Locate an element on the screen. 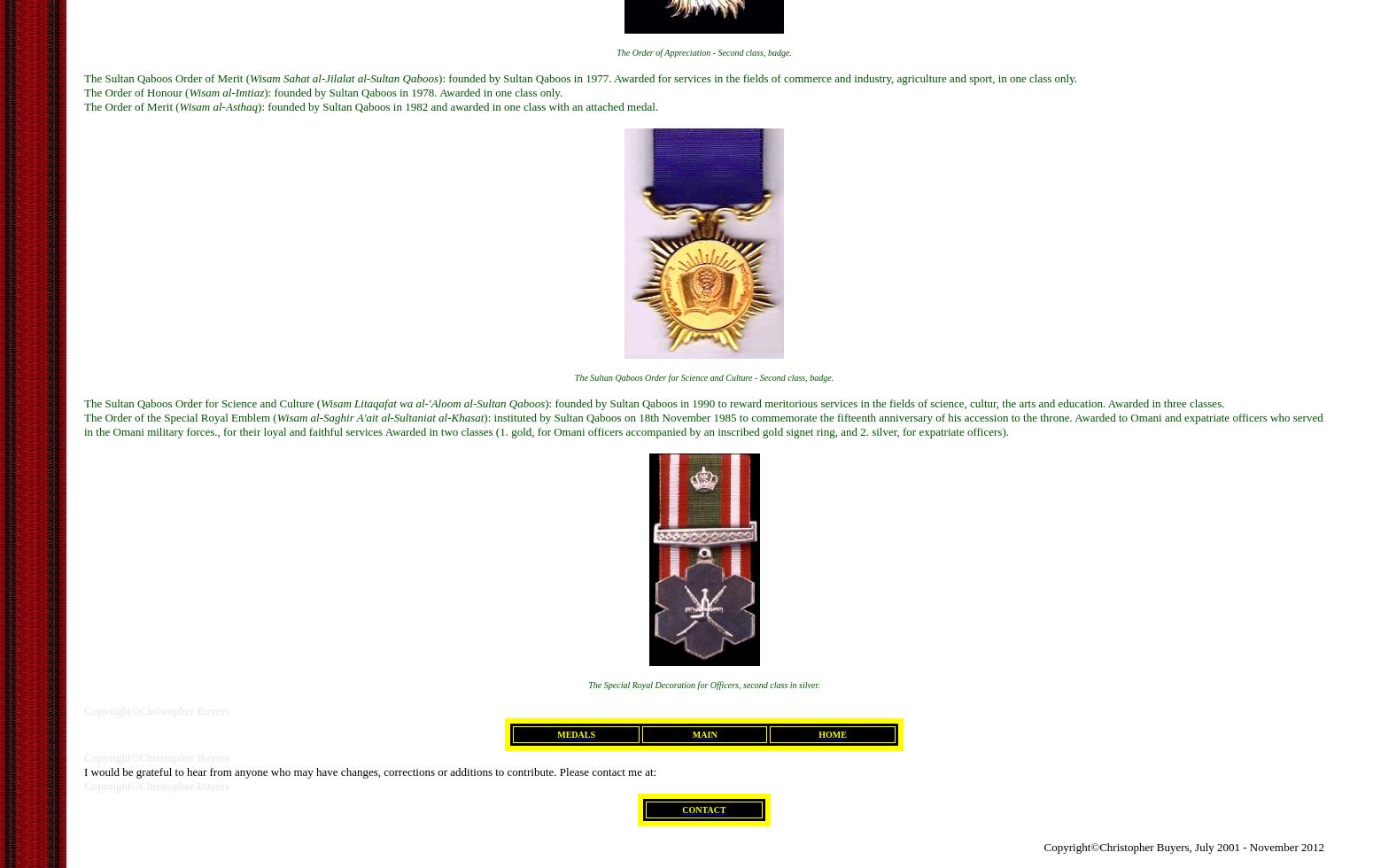  'The Order of Honour (' is located at coordinates (84, 91).